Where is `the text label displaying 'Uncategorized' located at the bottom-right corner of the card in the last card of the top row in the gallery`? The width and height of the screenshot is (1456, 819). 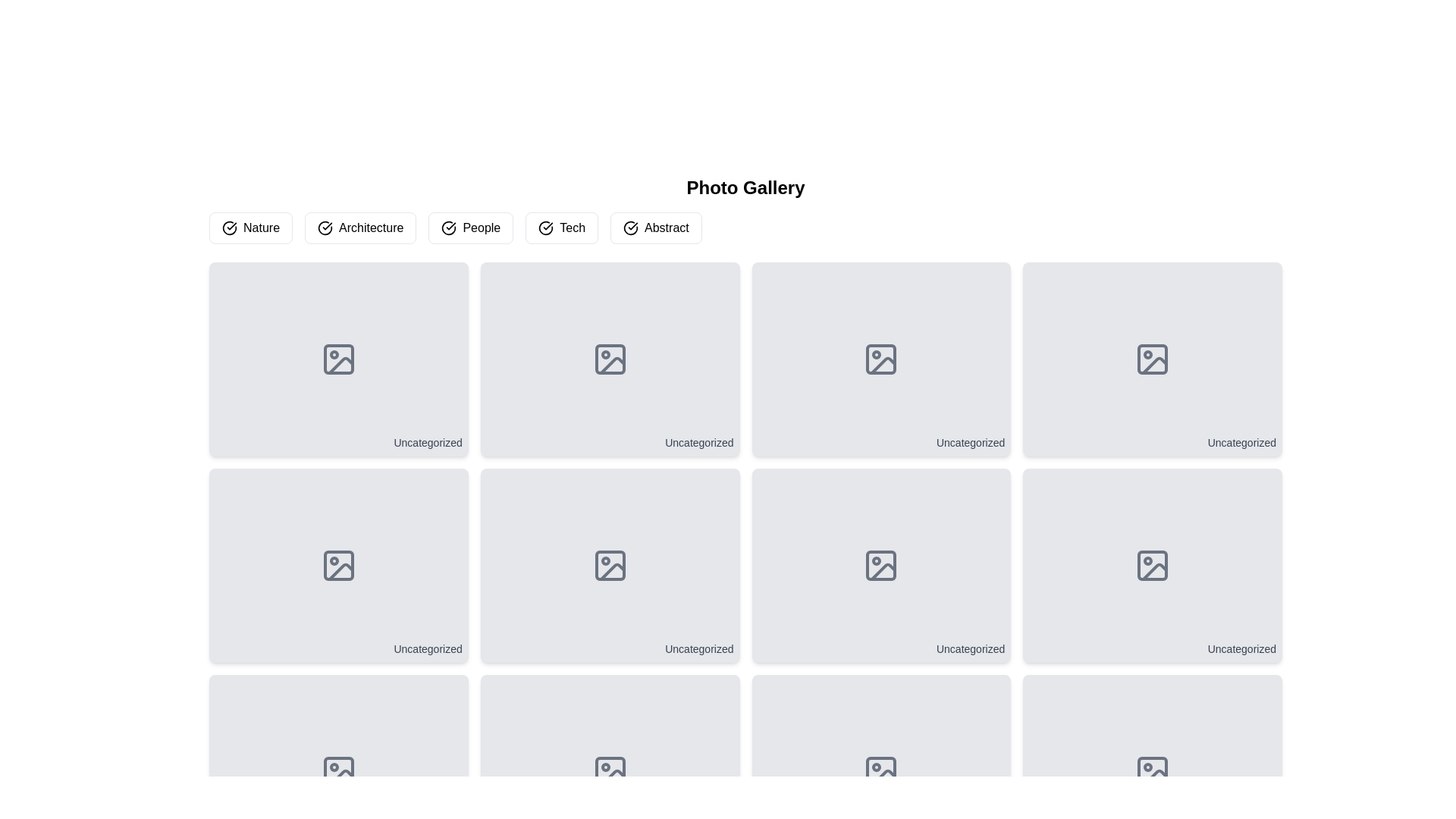 the text label displaying 'Uncategorized' located at the bottom-right corner of the card in the last card of the top row in the gallery is located at coordinates (1241, 442).